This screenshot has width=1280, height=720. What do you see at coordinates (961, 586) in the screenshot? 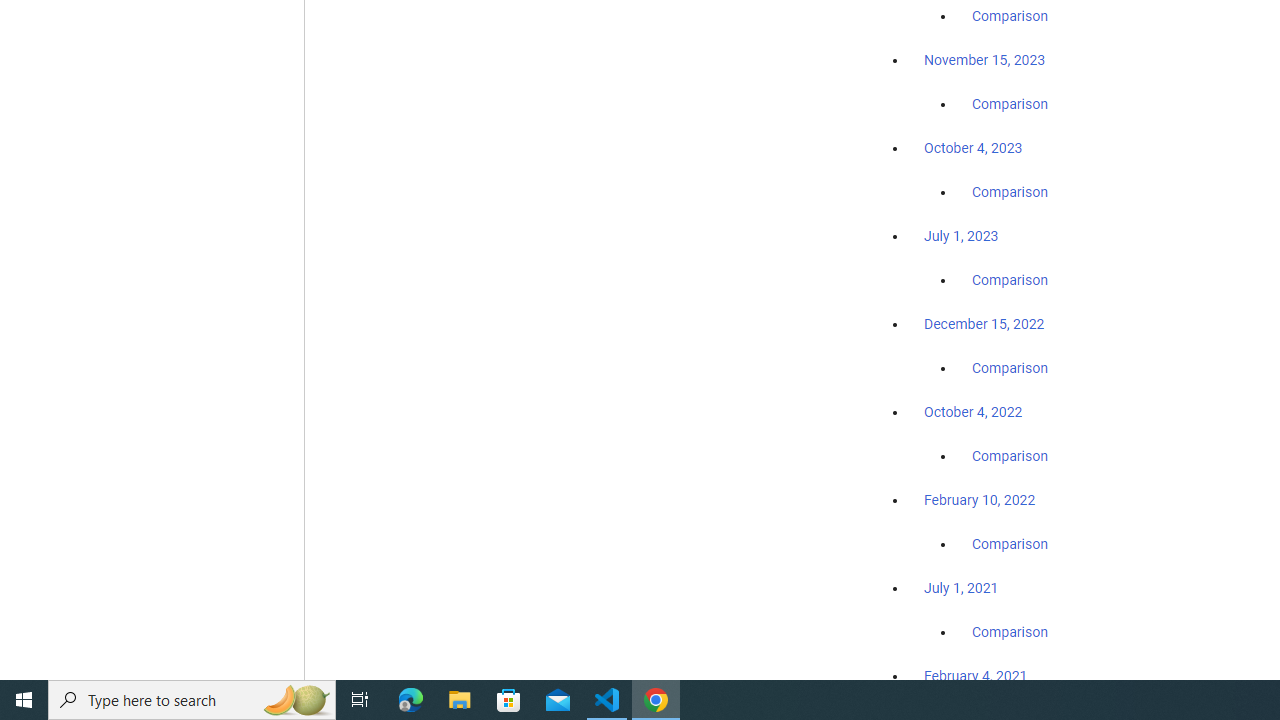
I see `'July 1, 2021'` at bounding box center [961, 586].